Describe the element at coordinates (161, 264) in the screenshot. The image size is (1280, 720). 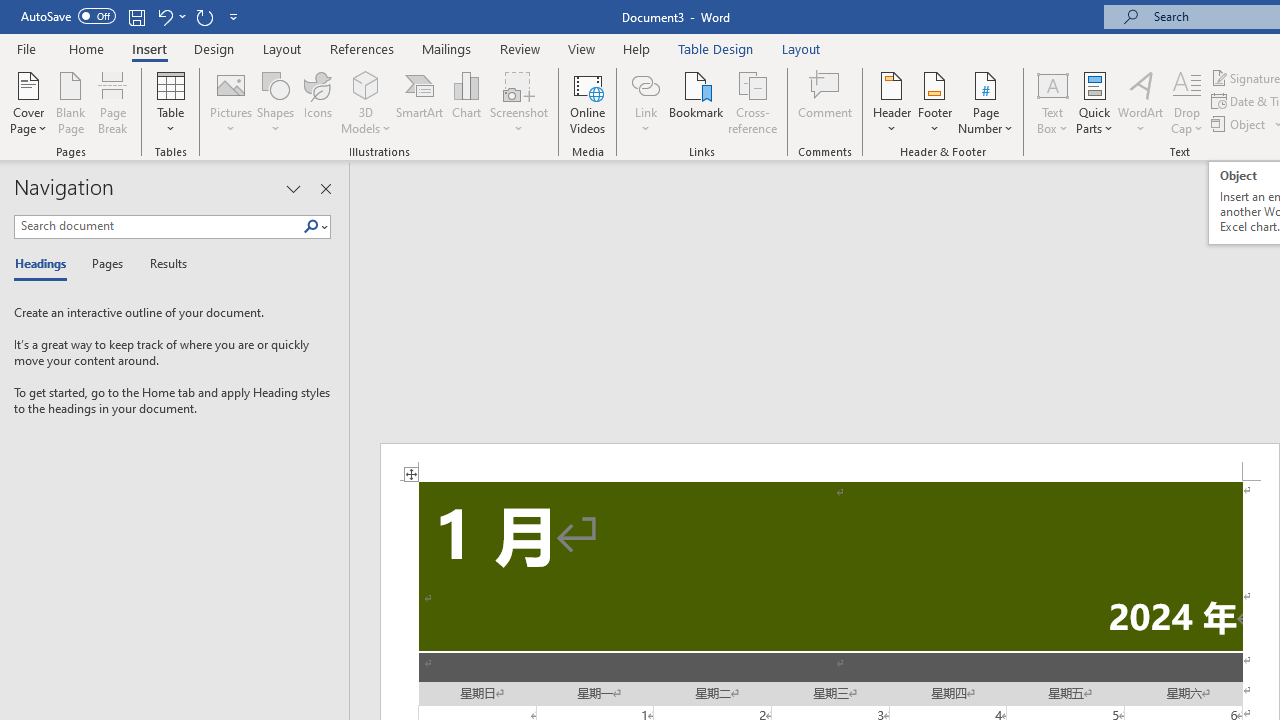
I see `'Results'` at that location.